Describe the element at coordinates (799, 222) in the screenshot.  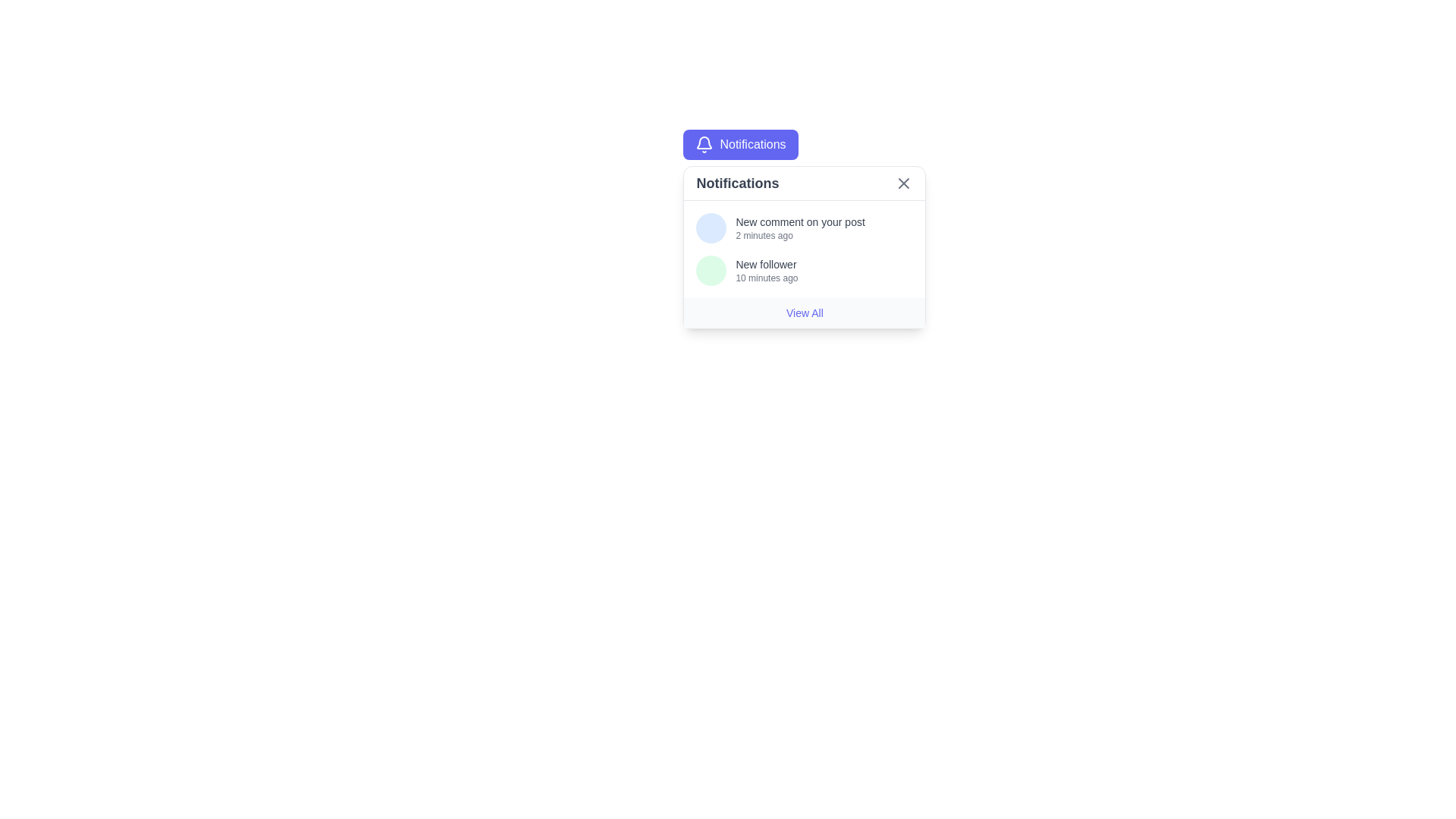
I see `the static text displaying 'New comment on your post' located at the top-left corner of the notification card within the dropdown list of notifications` at that location.